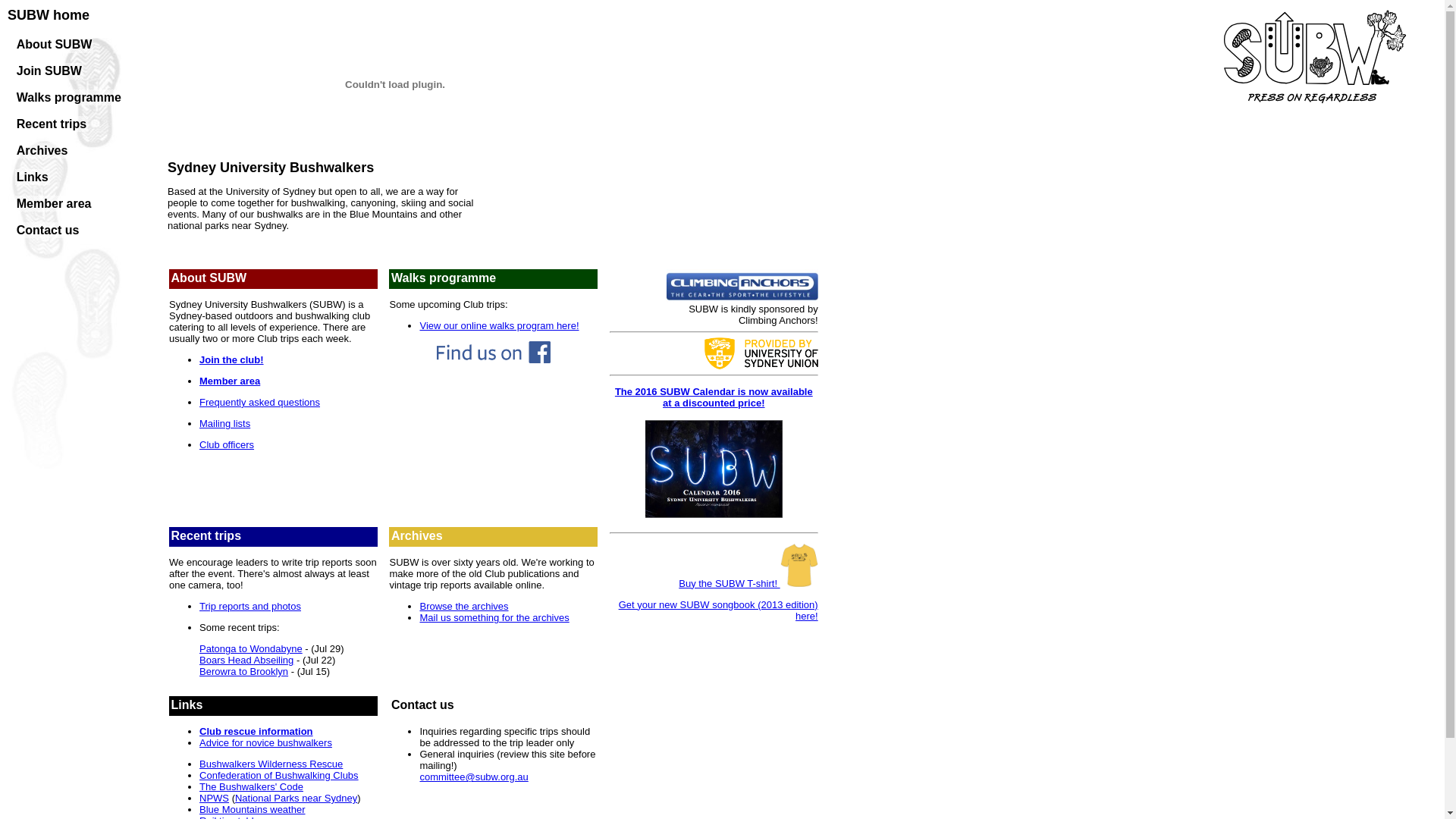 The height and width of the screenshot is (819, 1456). I want to click on 'Berowra to Brooklyn', so click(243, 670).